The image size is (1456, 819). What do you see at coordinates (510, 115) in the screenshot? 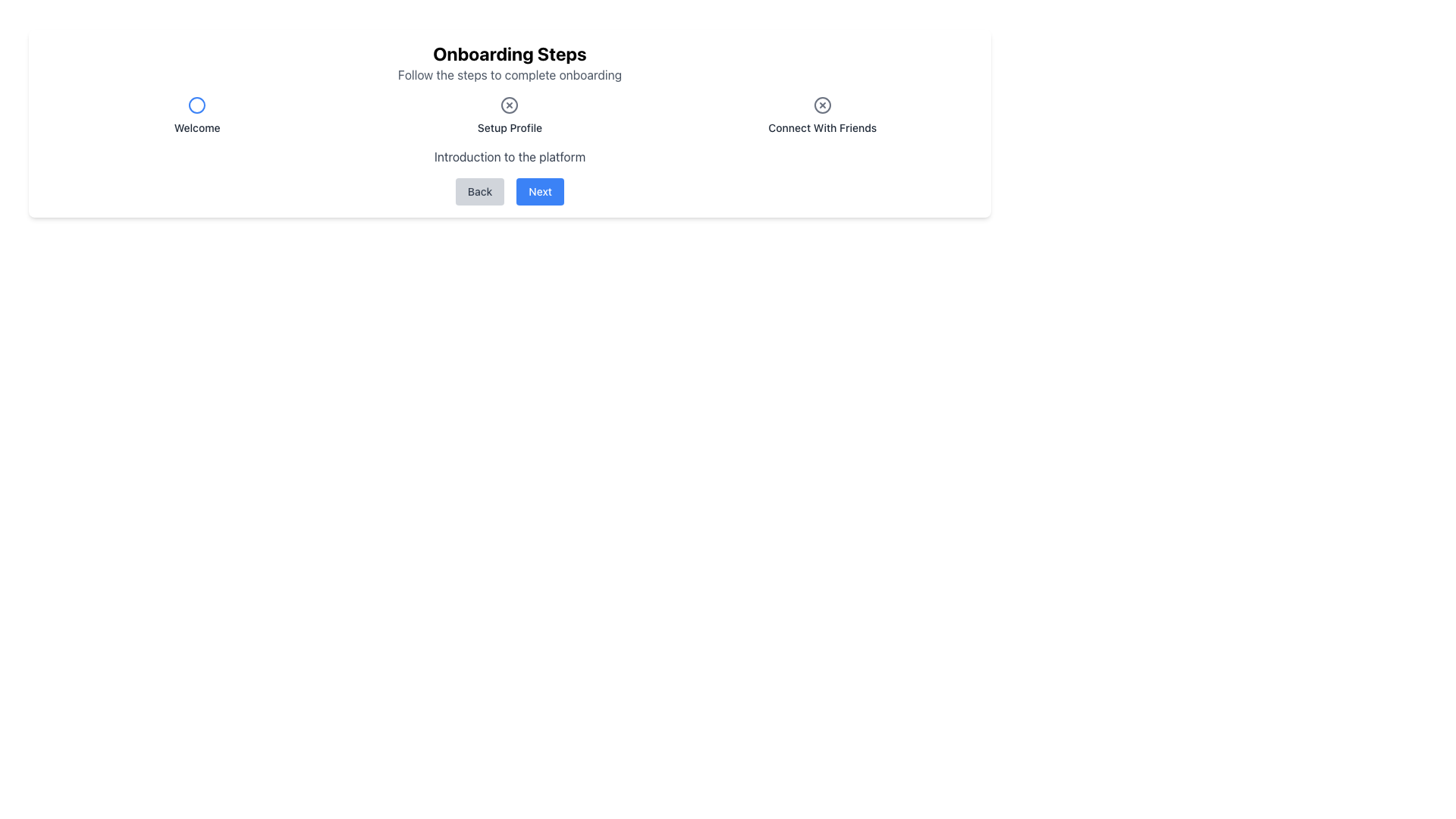
I see `the Step Indicator that shows the user's current progress in the onboarding process` at bounding box center [510, 115].